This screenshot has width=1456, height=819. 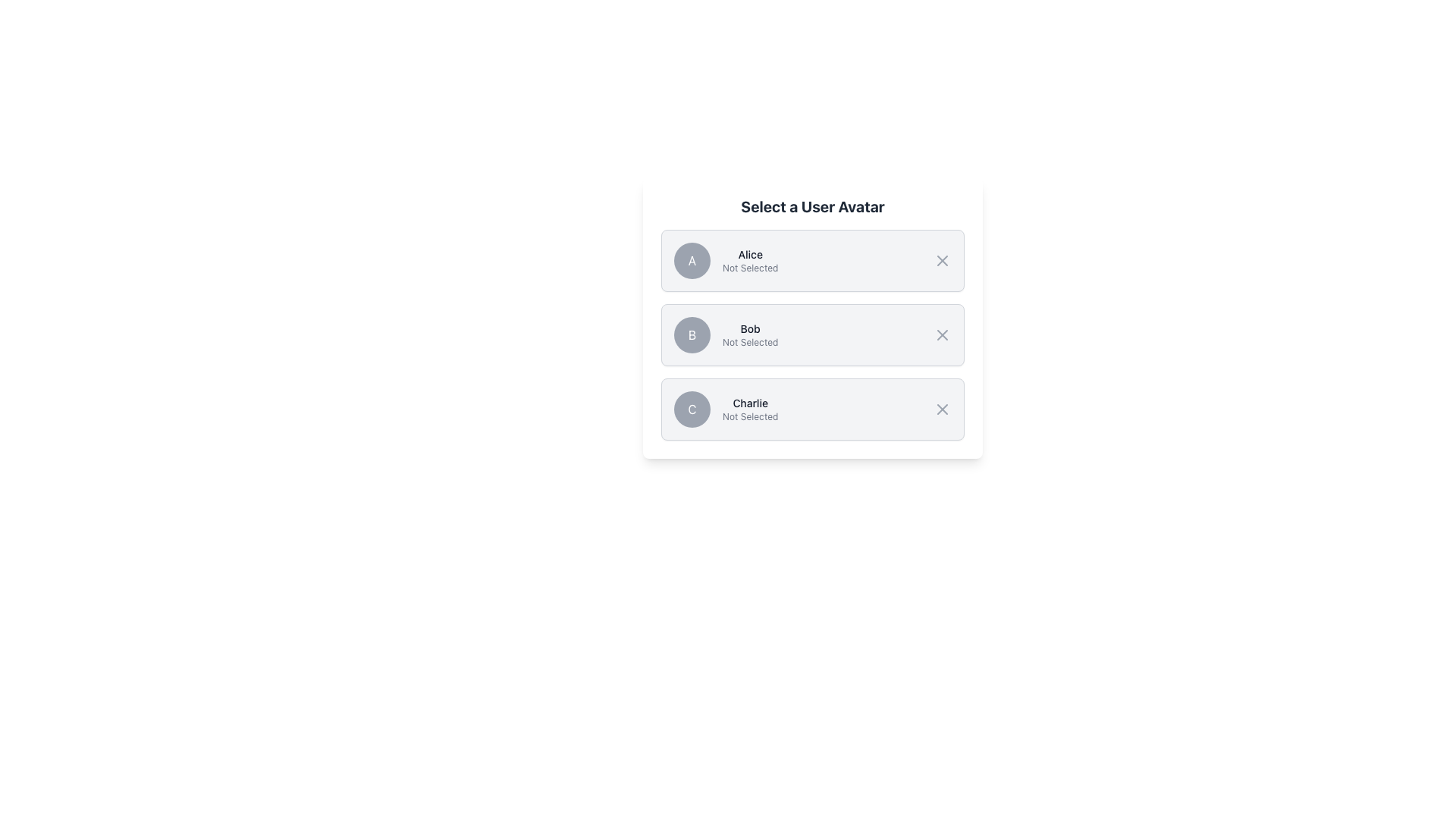 What do you see at coordinates (691, 409) in the screenshot?
I see `the circular avatar placeholder with a gray background and a white 'C' character` at bounding box center [691, 409].